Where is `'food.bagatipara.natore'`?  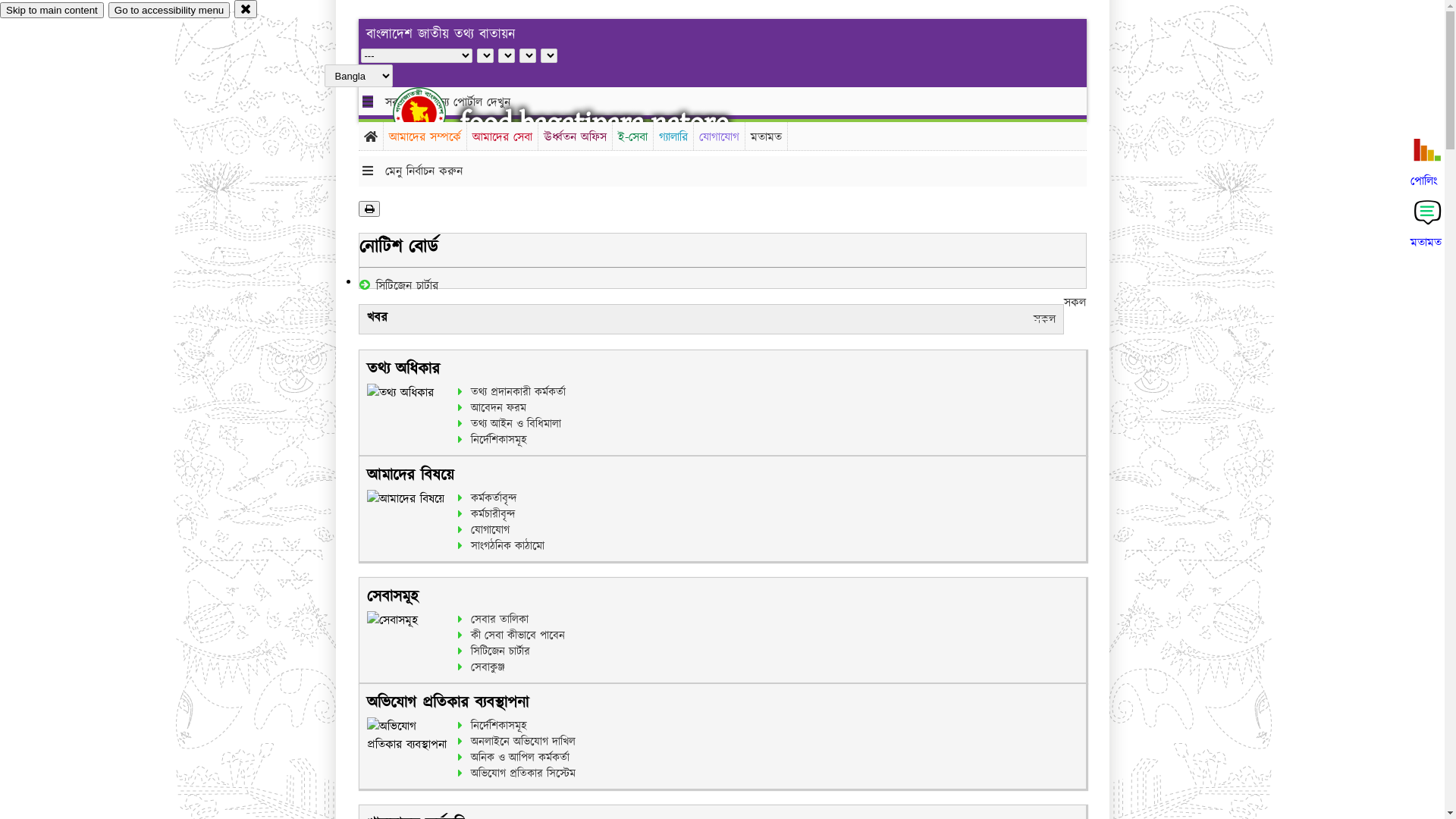
'food.bagatipara.natore' is located at coordinates (593, 122).